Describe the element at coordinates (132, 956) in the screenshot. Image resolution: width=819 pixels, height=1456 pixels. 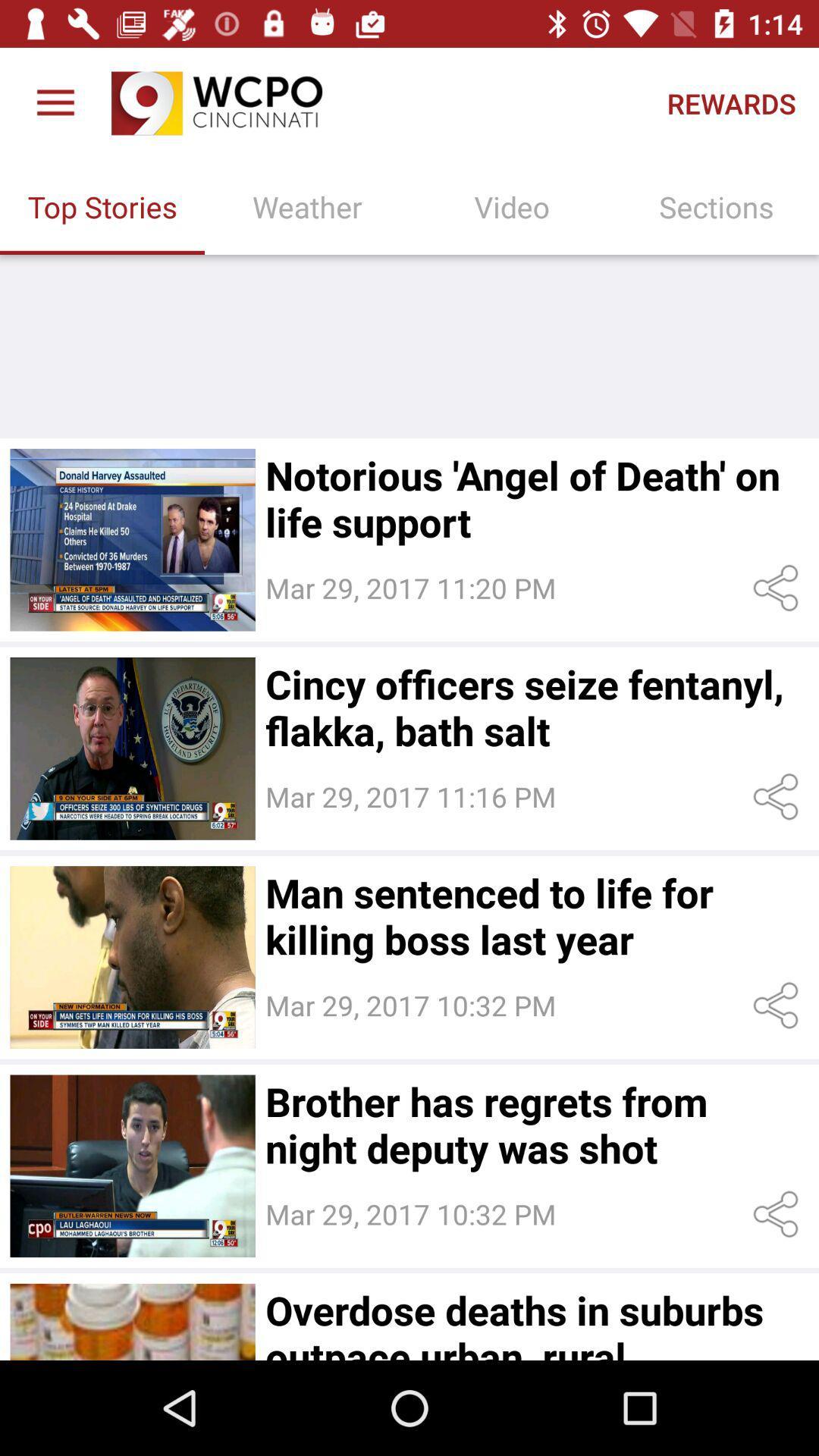
I see `image shows` at that location.